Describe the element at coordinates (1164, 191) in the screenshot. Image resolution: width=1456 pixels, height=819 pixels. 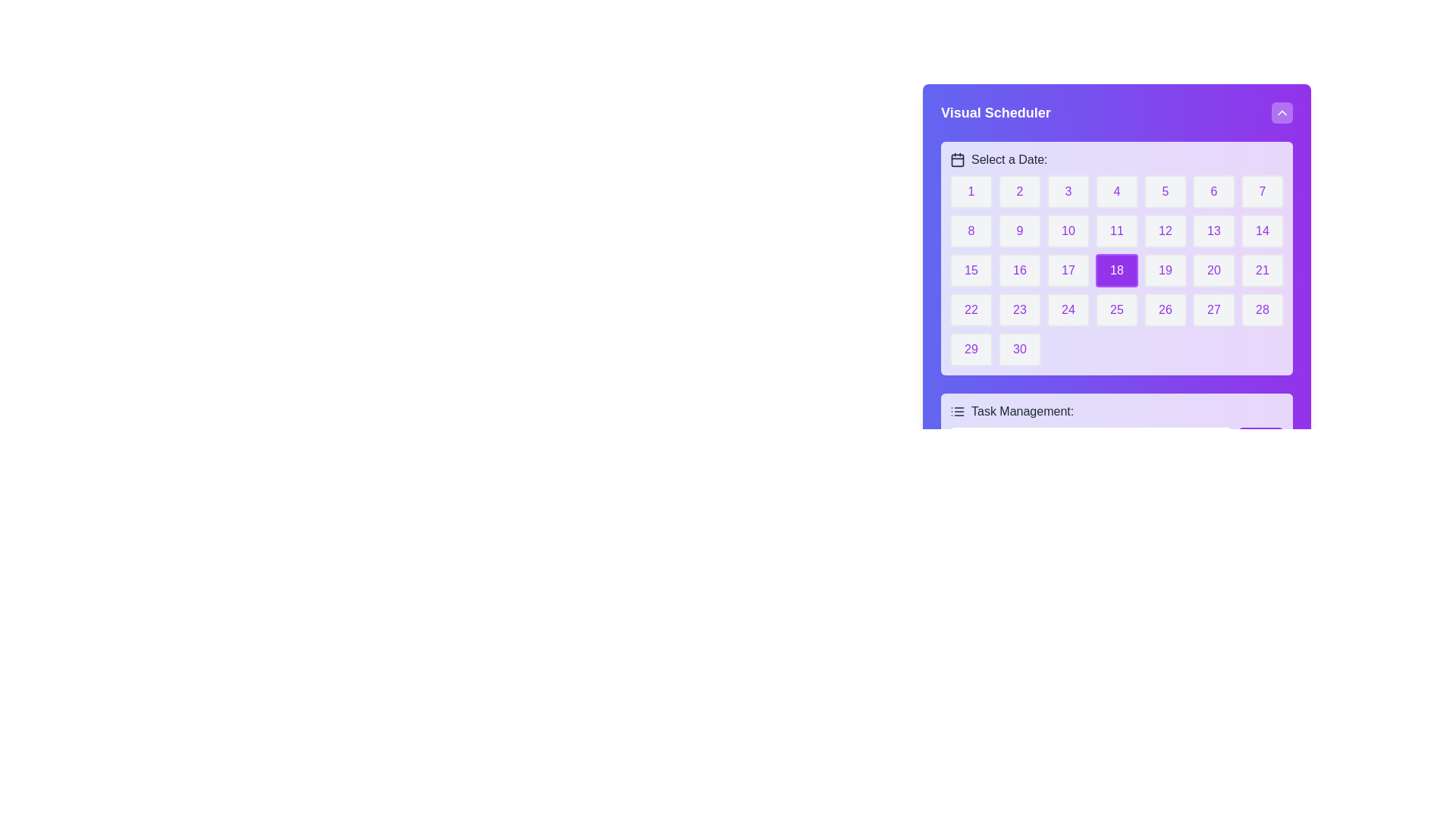
I see `the rounded rectangular button with a light gray background and a purple '5' in the center, which represents a date in the Visual Scheduler calendar grid` at that location.